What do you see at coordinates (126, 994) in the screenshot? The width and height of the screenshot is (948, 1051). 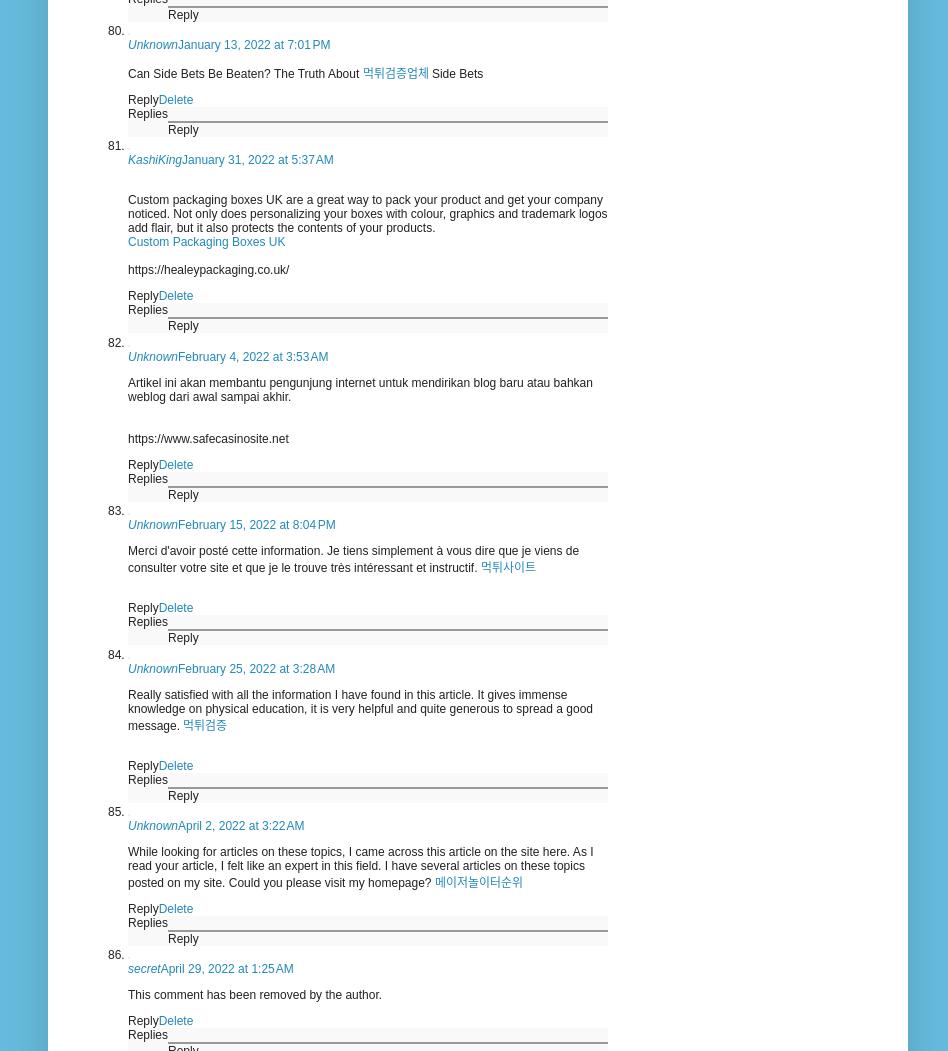 I see `'This comment has been removed by the author.'` at bounding box center [126, 994].